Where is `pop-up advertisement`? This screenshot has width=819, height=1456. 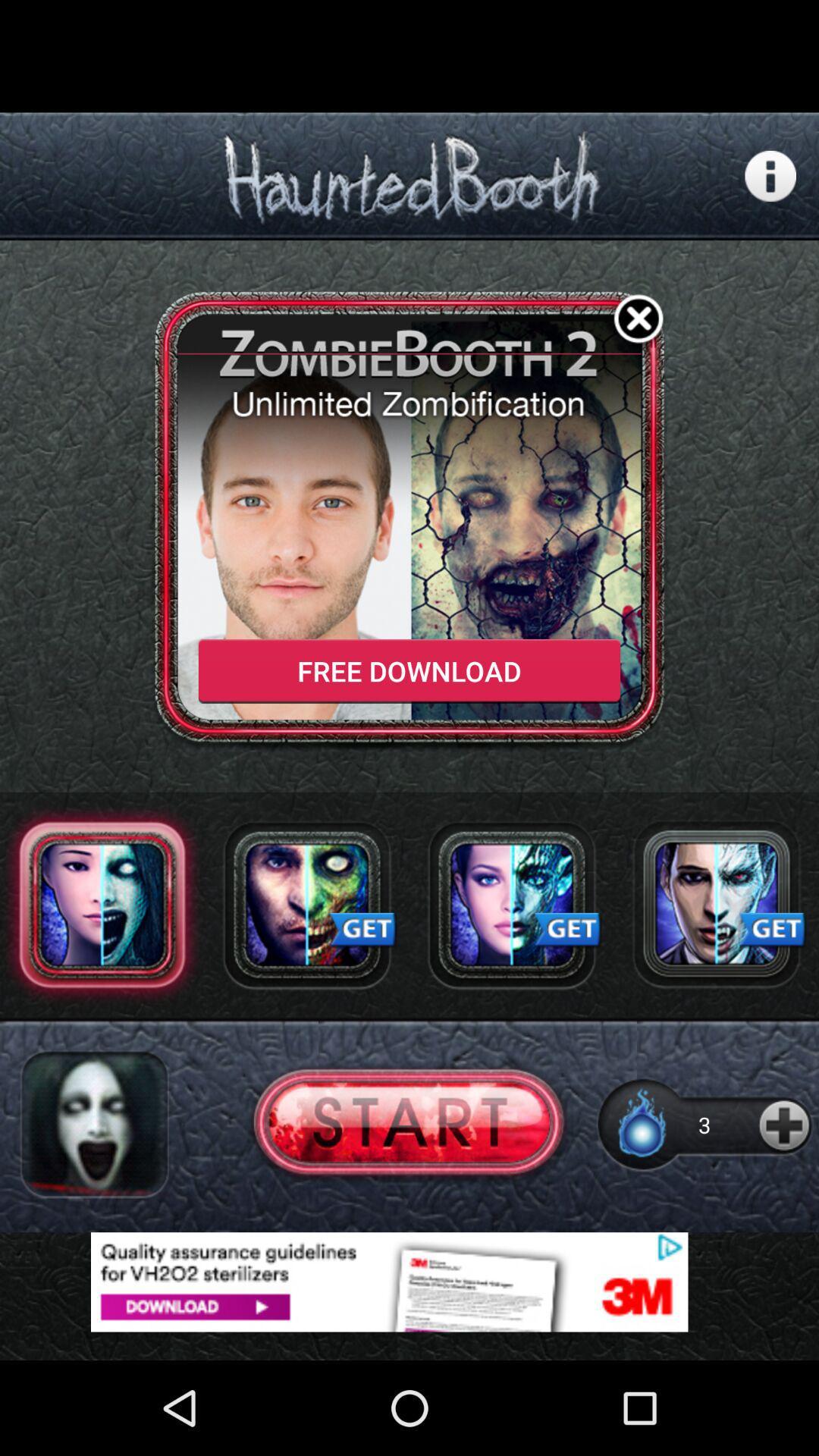
pop-up advertisement is located at coordinates (409, 1281).